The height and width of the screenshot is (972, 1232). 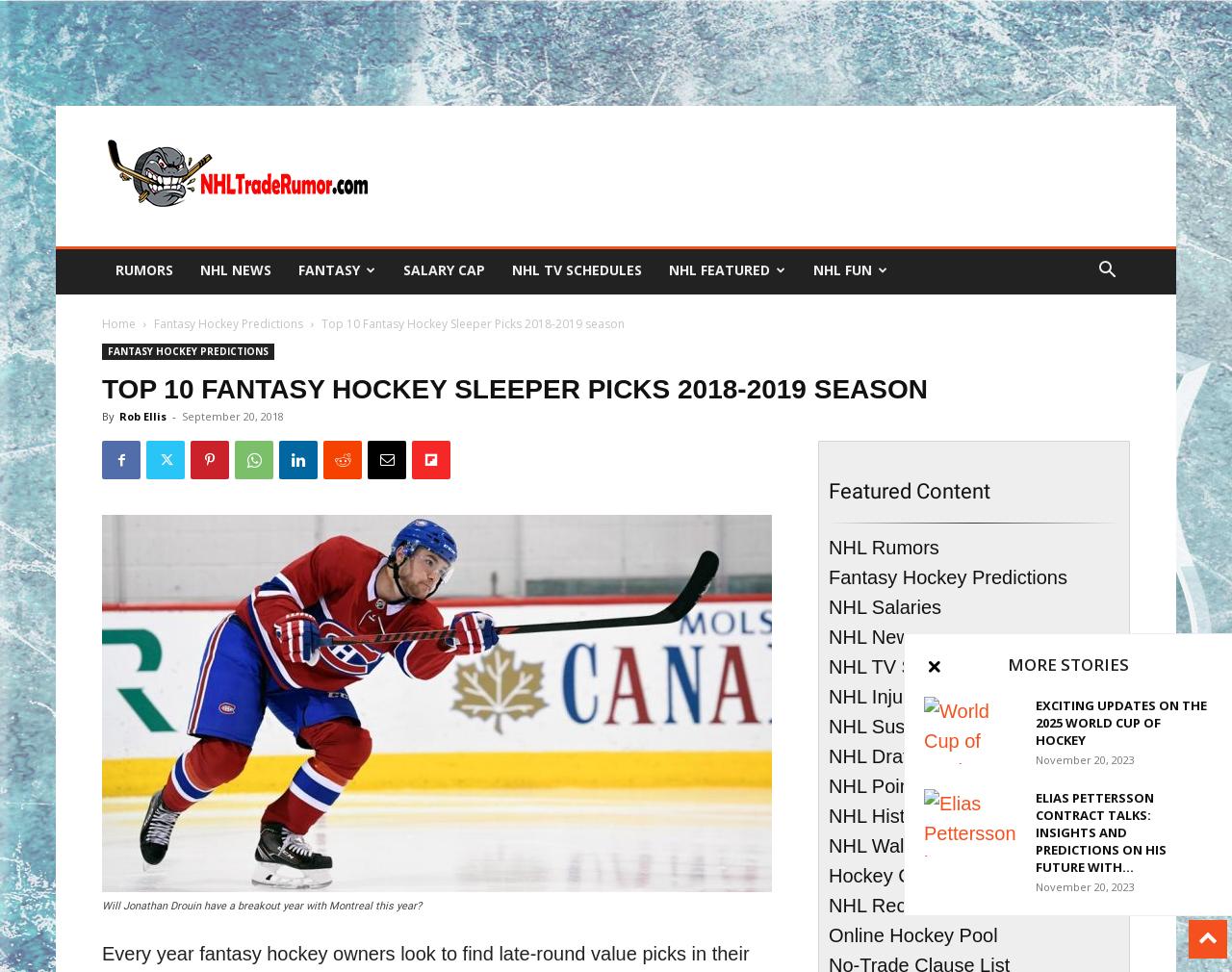 I want to click on 'Rob Ellis', so click(x=141, y=416).